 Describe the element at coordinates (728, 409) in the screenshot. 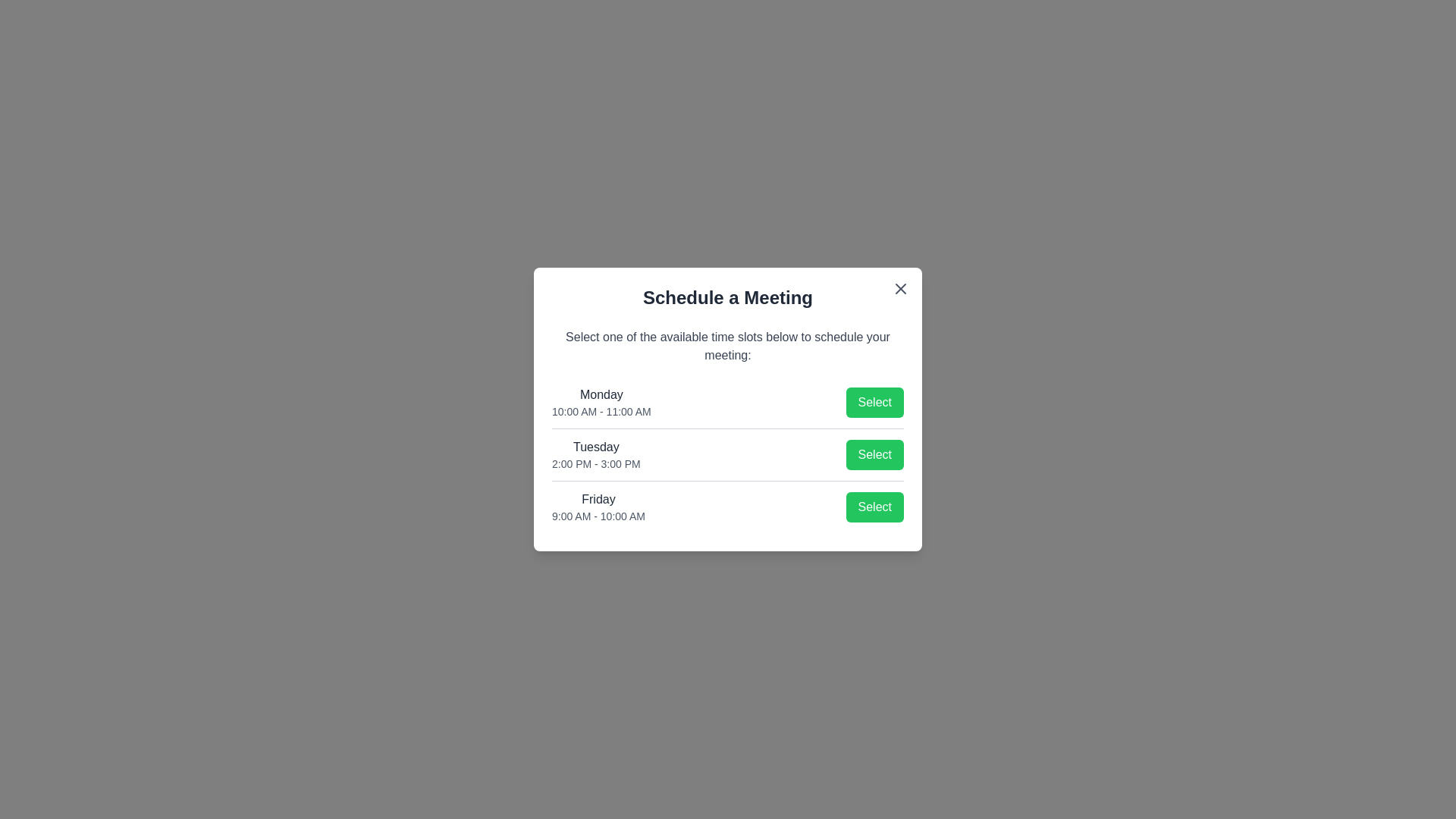

I see `the background of the dialog to focus on it` at that location.